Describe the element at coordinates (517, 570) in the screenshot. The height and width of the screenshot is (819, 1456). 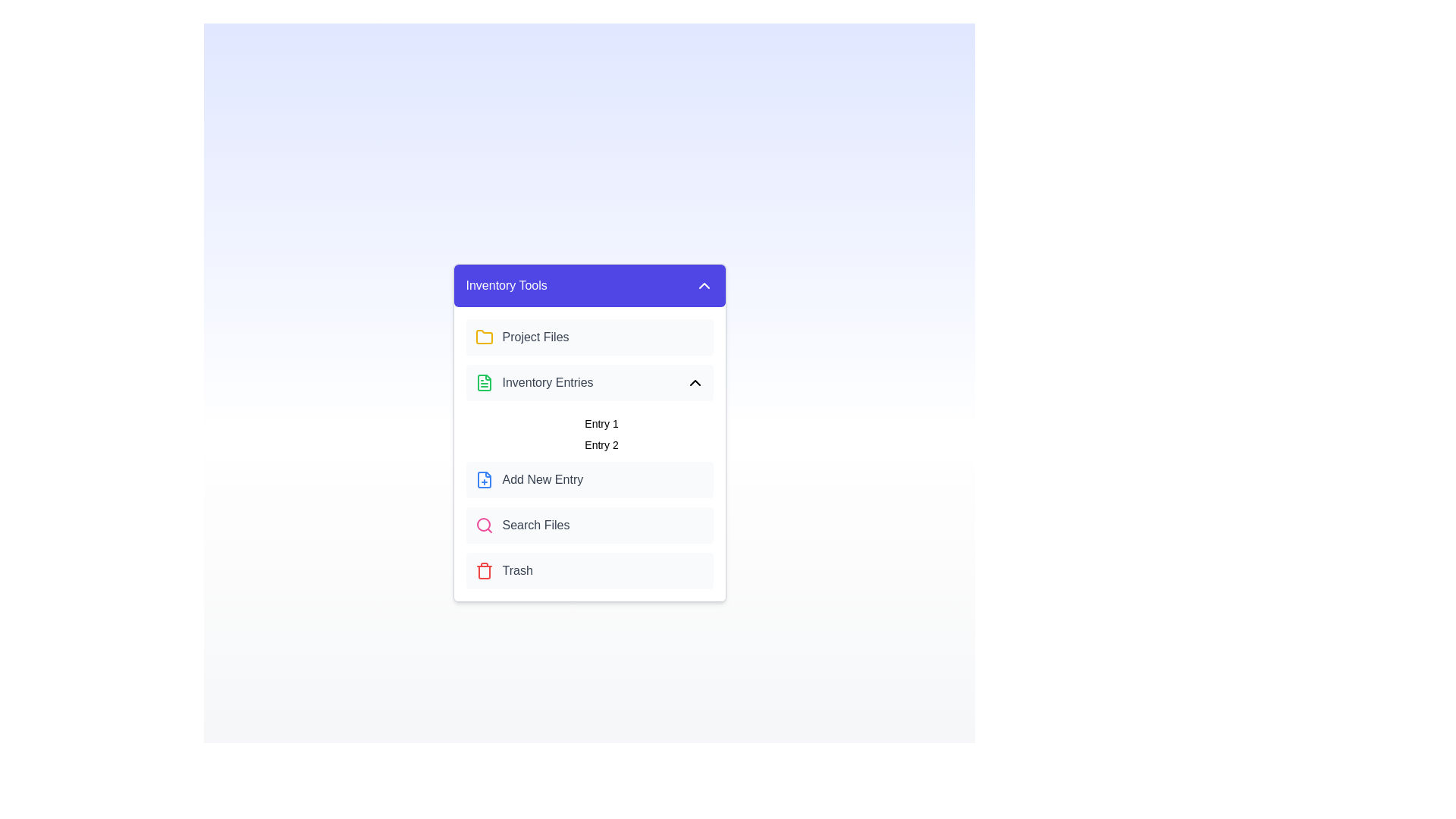
I see `the 'Trash' text label, which is styled with a gray font and located in the 'Inventory Tools' panel, adjacent to a red trash bin icon` at that location.